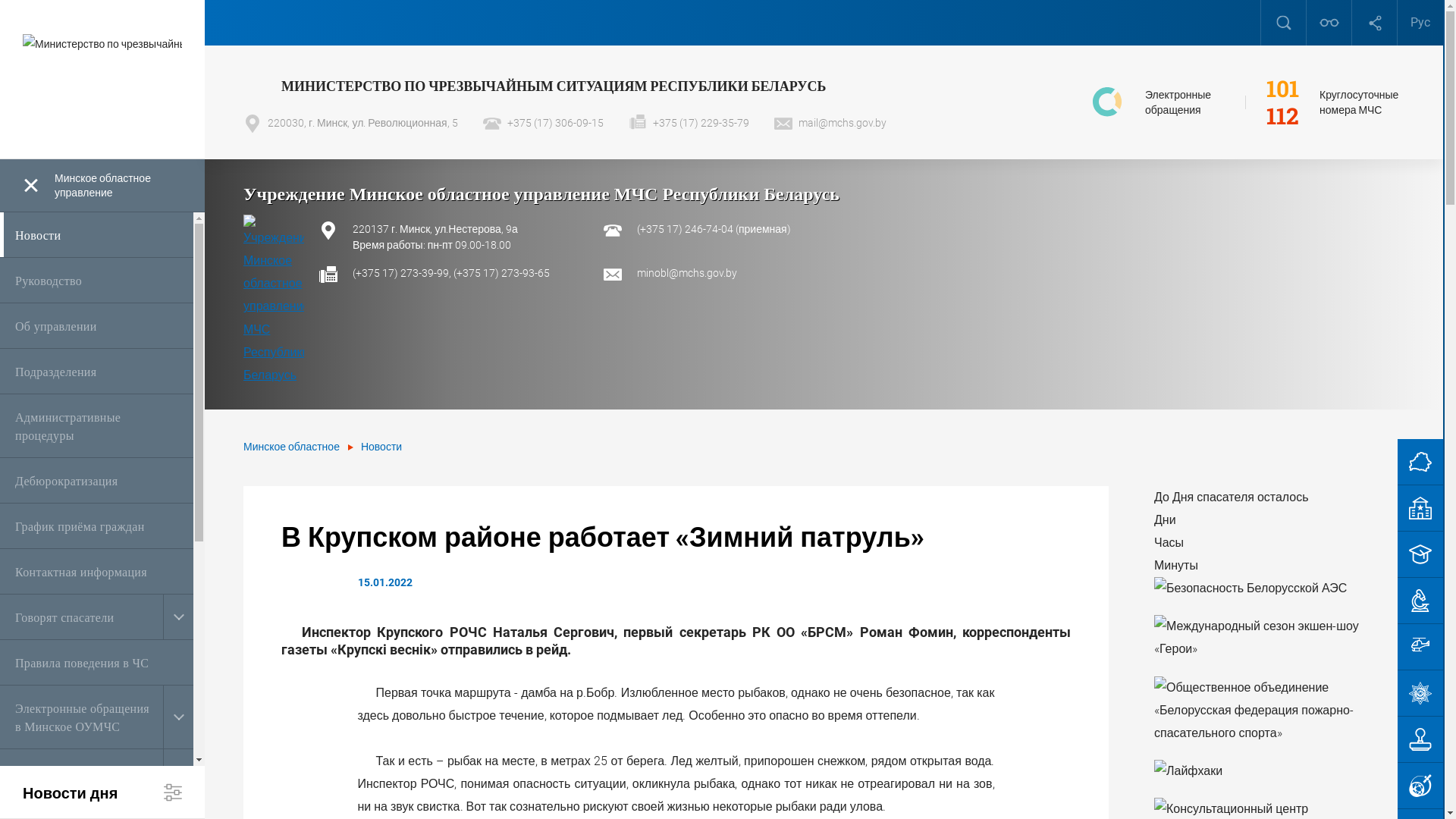  Describe the element at coordinates (482, 122) in the screenshot. I see `'+375 (17) 306-09-15'` at that location.